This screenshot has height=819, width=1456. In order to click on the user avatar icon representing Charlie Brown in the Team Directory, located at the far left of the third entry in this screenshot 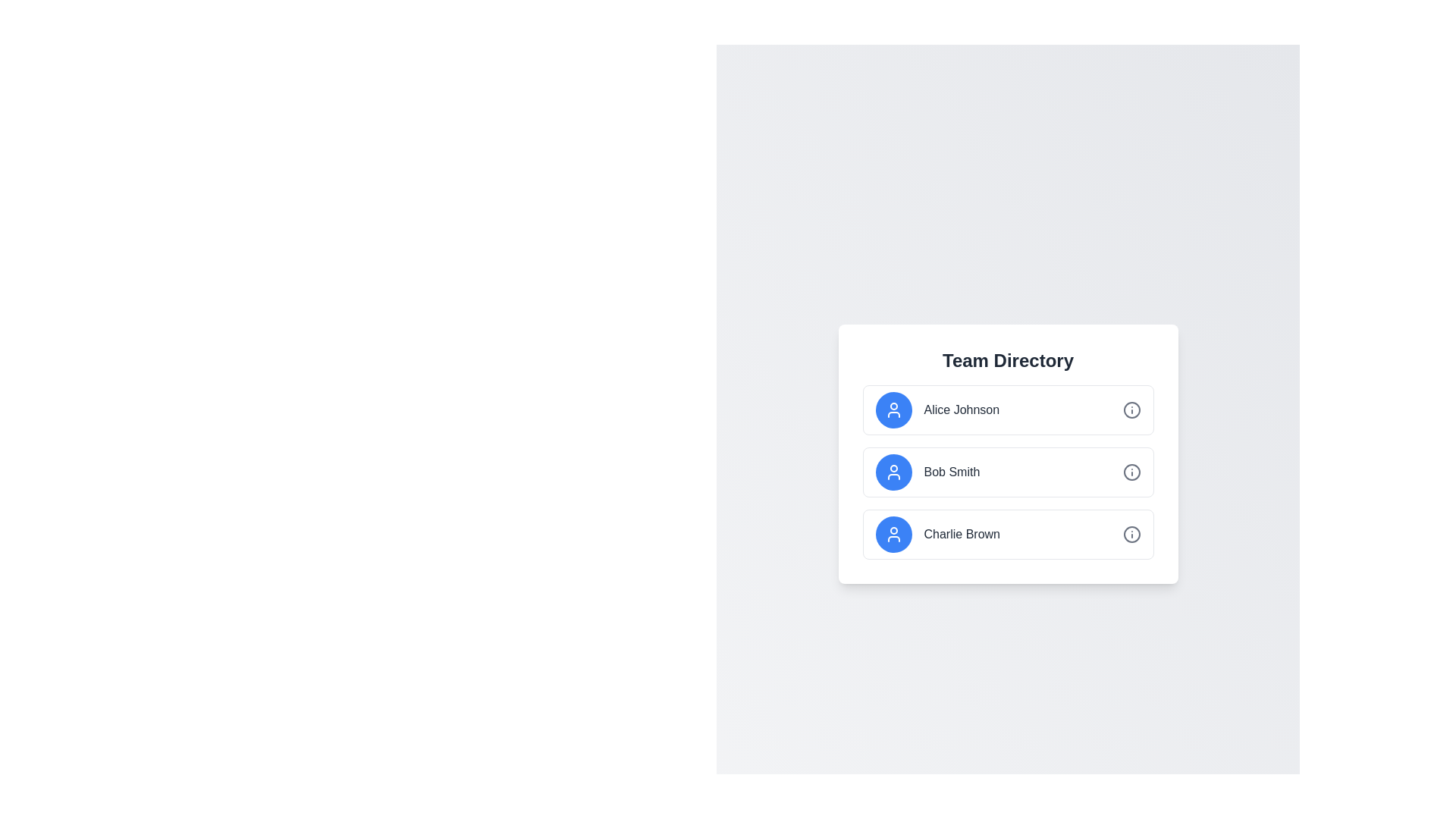, I will do `click(893, 534)`.